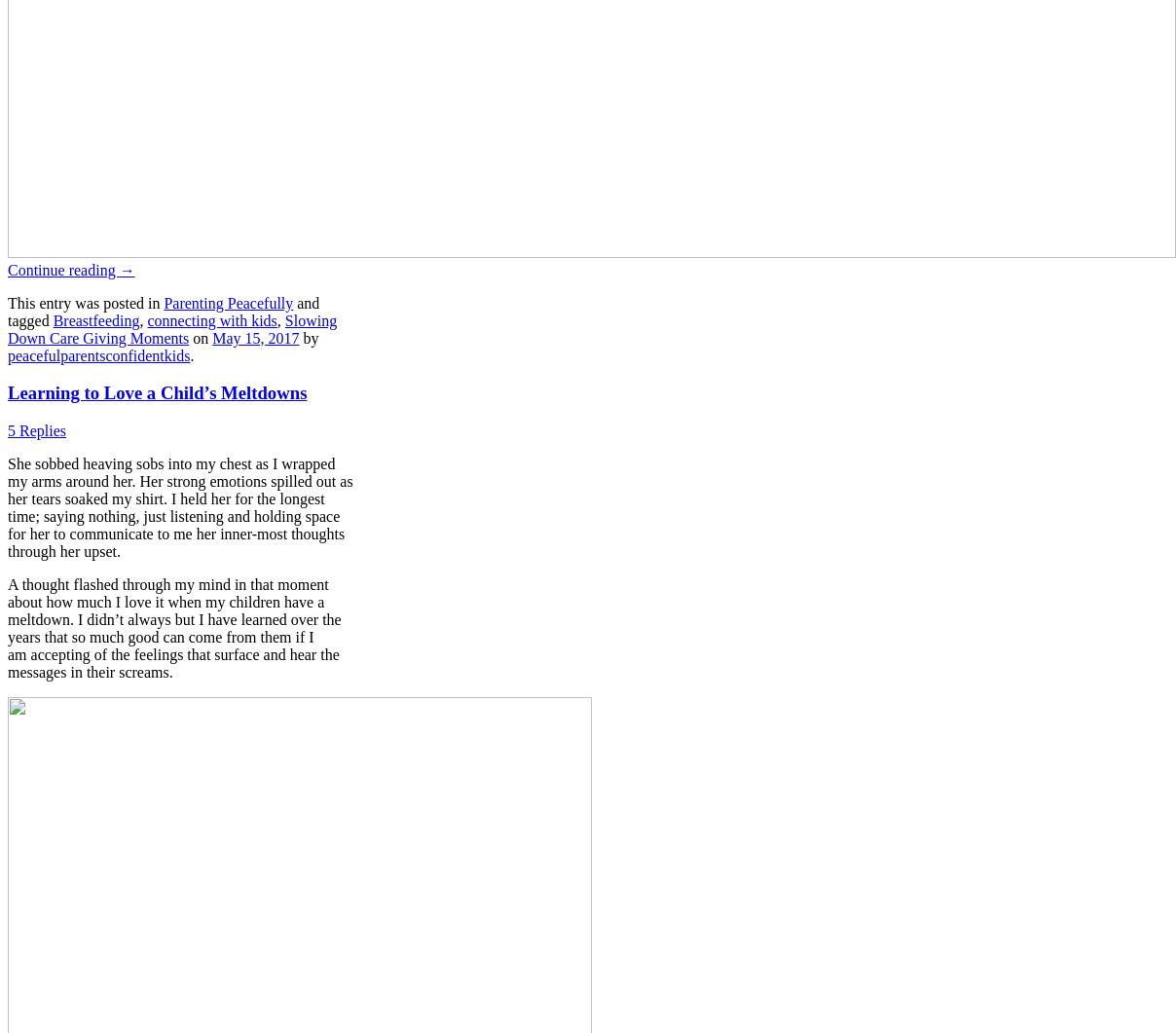  I want to click on 'This entry was posted in', so click(84, 301).